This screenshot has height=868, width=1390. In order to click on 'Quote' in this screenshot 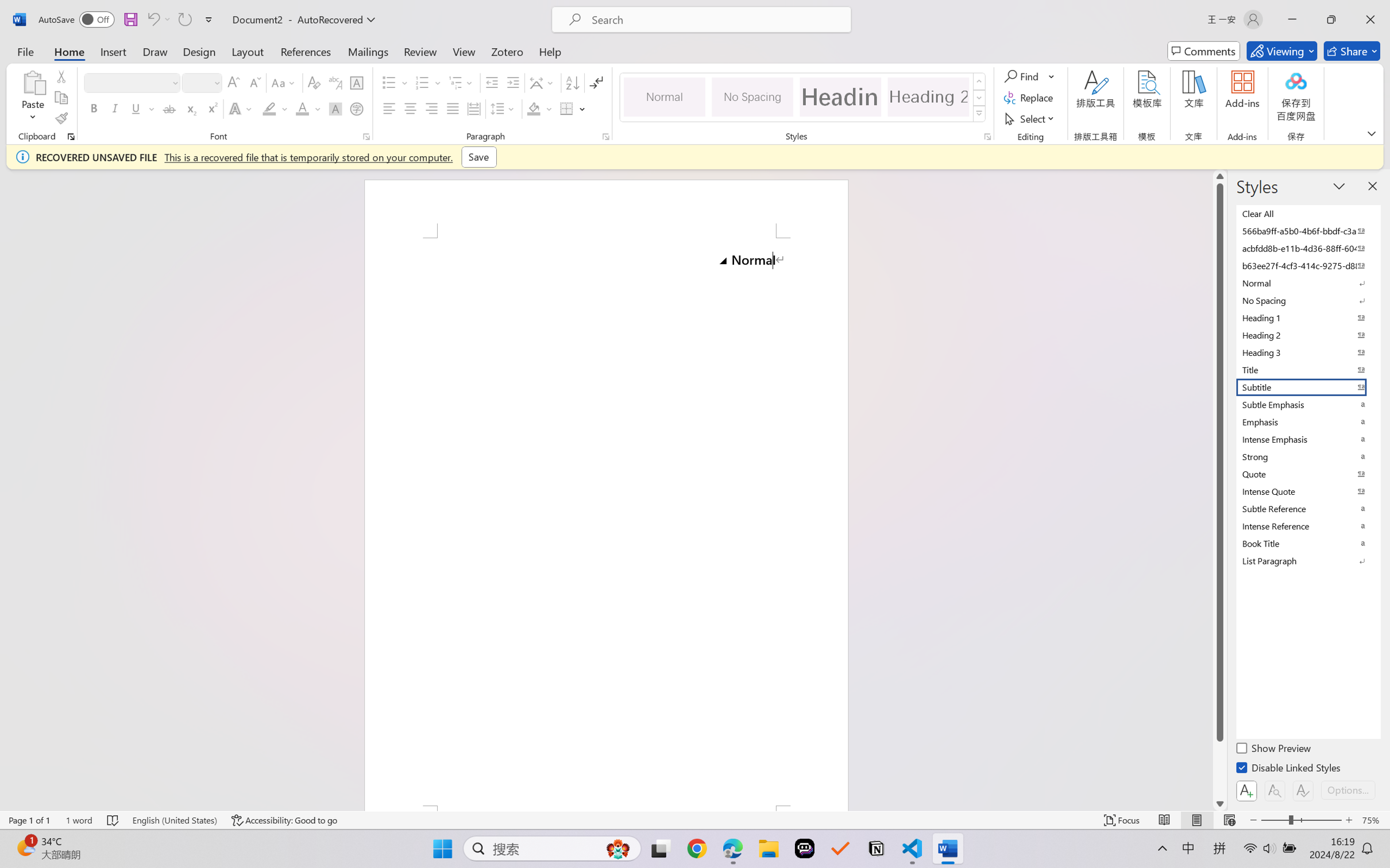, I will do `click(1307, 473)`.